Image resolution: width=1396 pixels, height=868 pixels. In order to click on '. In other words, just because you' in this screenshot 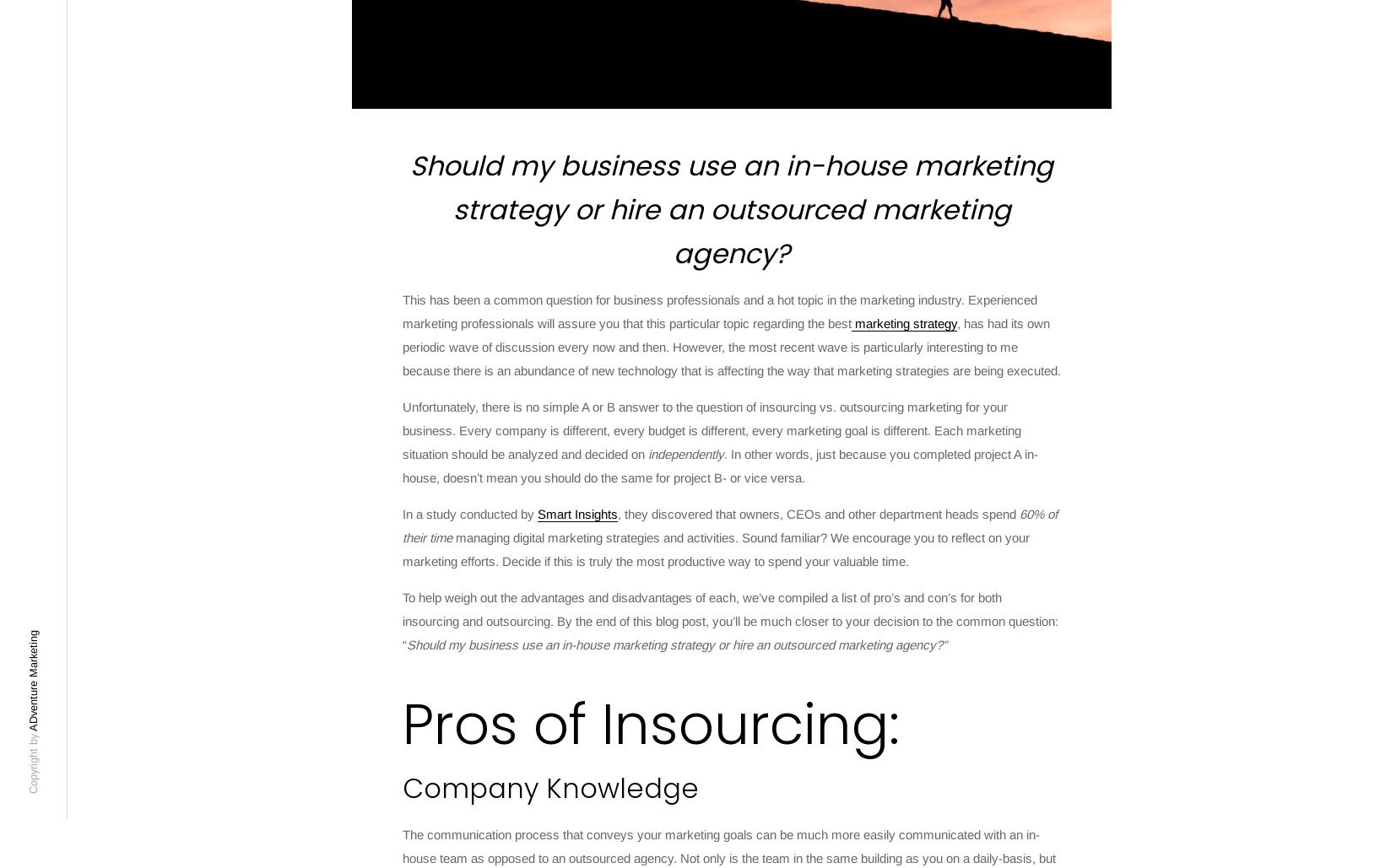, I will do `click(818, 453)`.